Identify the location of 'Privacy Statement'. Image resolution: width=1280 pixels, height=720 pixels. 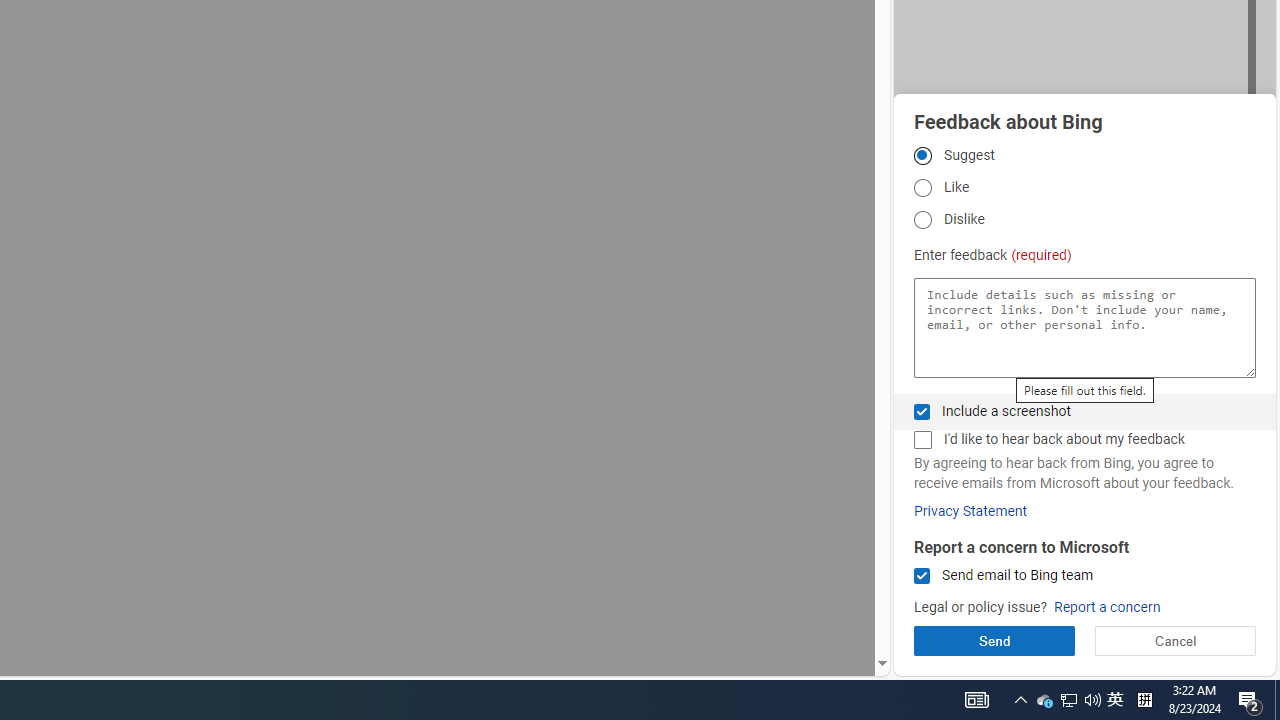
(970, 510).